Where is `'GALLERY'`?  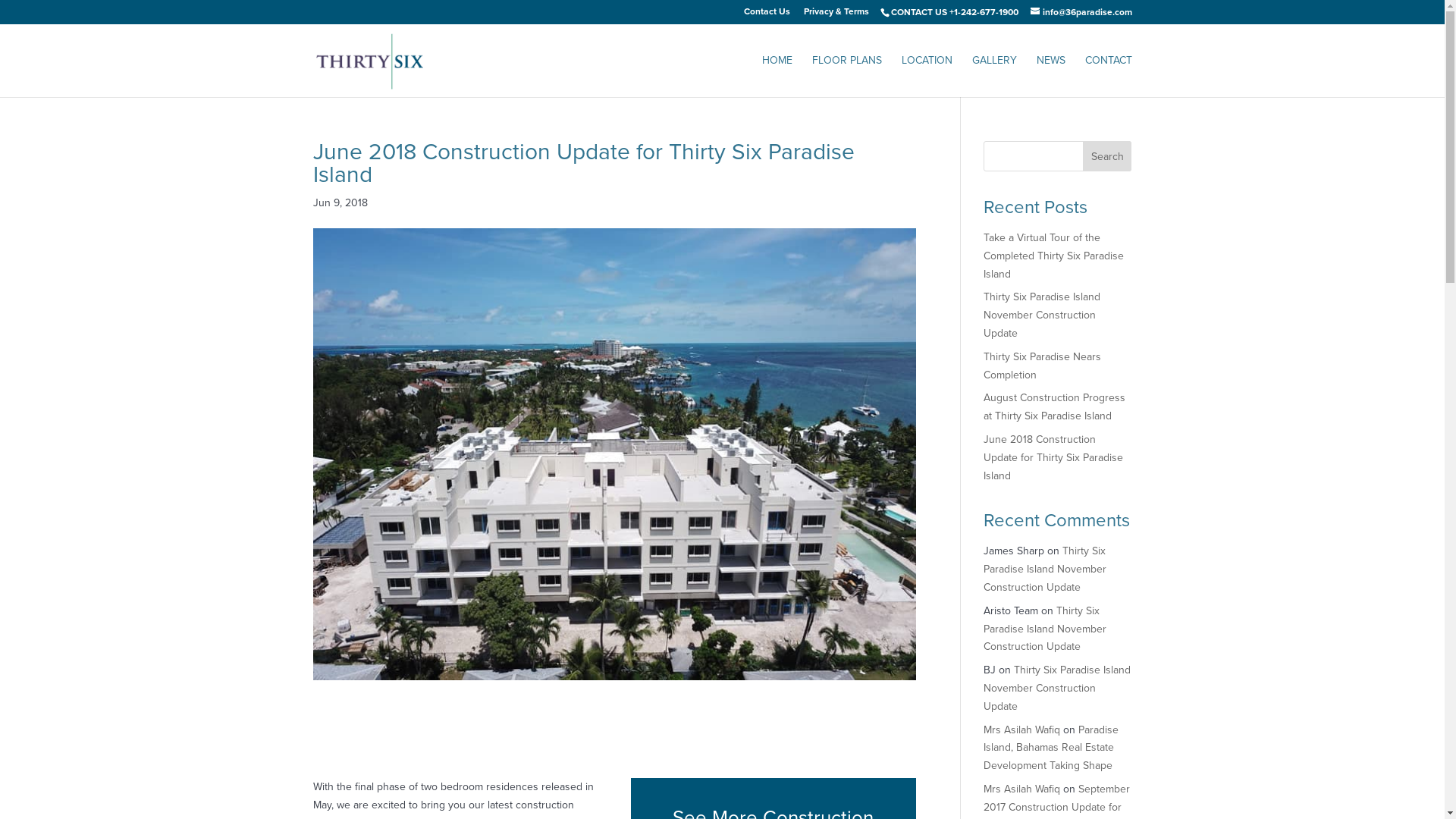 'GALLERY' is located at coordinates (994, 76).